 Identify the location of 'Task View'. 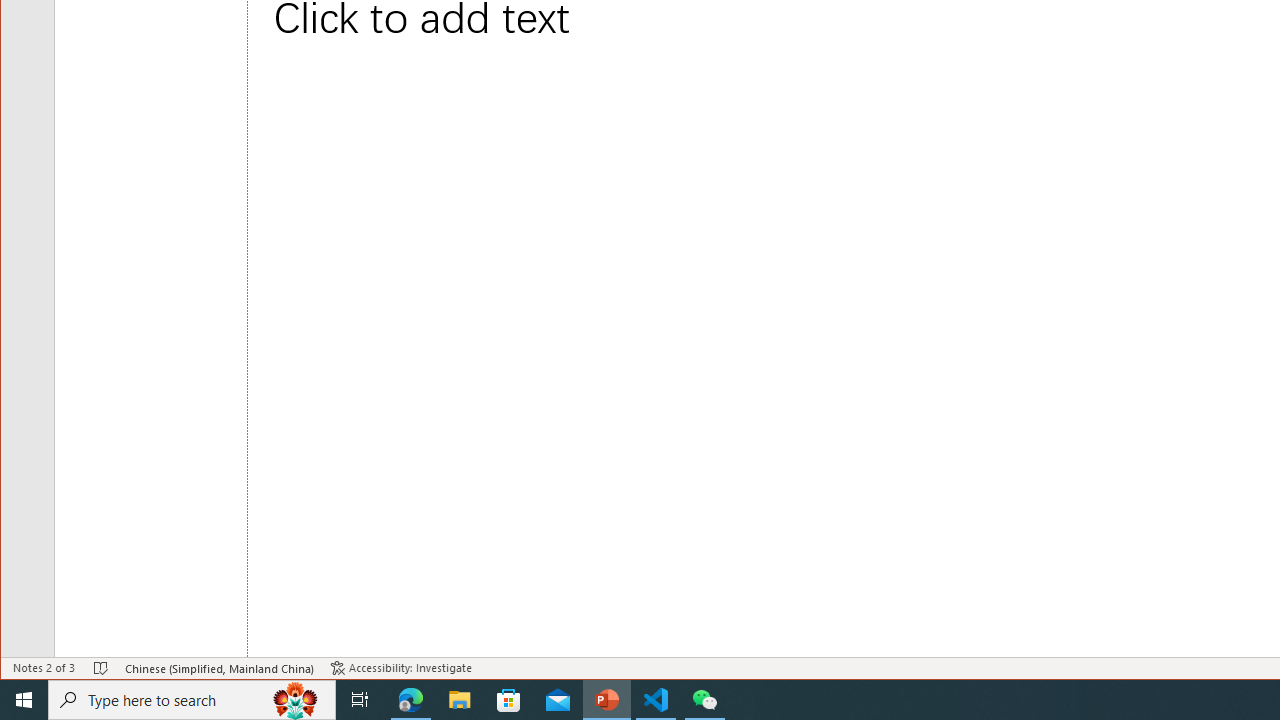
(359, 698).